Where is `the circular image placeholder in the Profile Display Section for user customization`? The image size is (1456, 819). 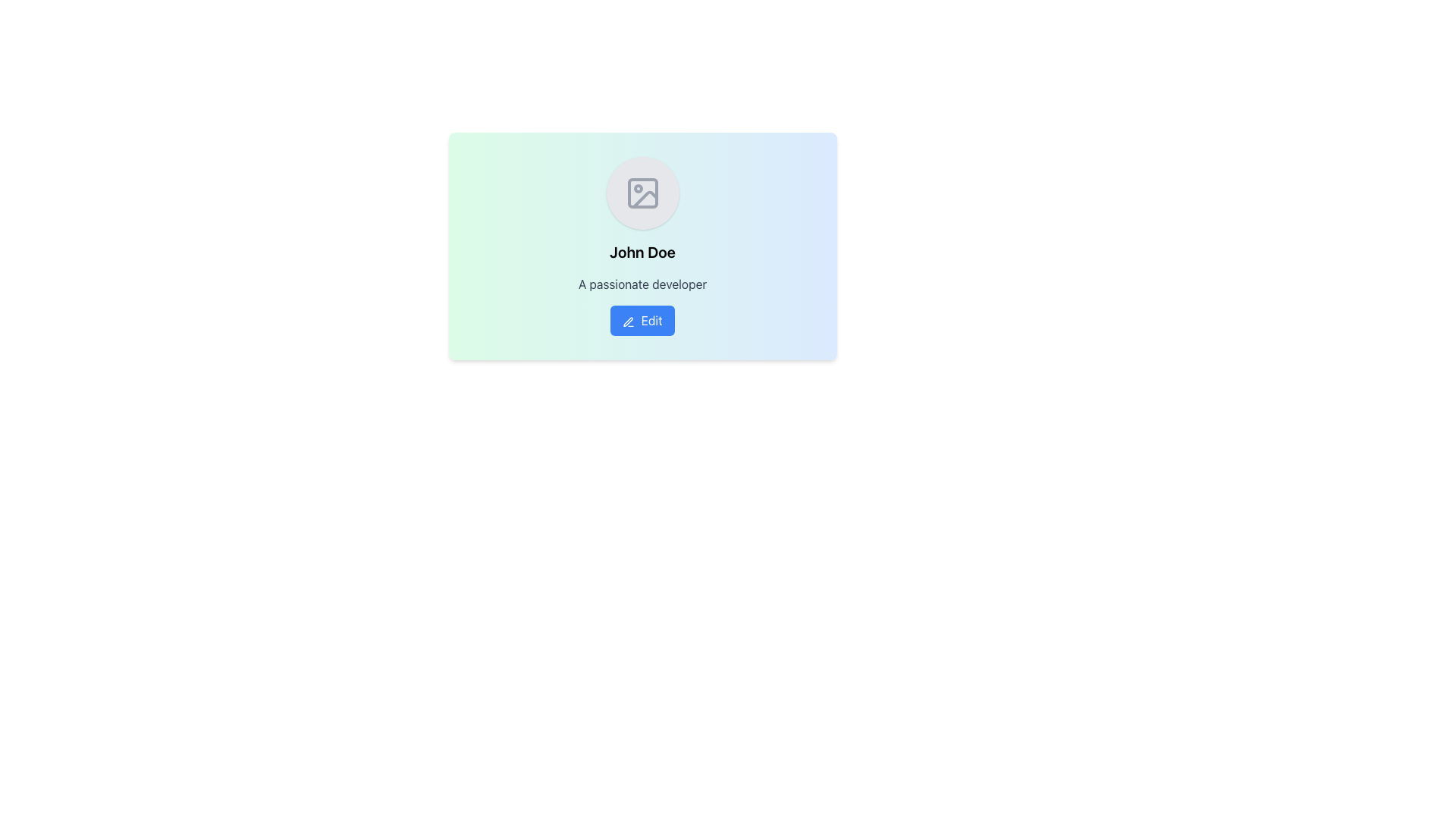 the circular image placeholder in the Profile Display Section for user customization is located at coordinates (642, 225).